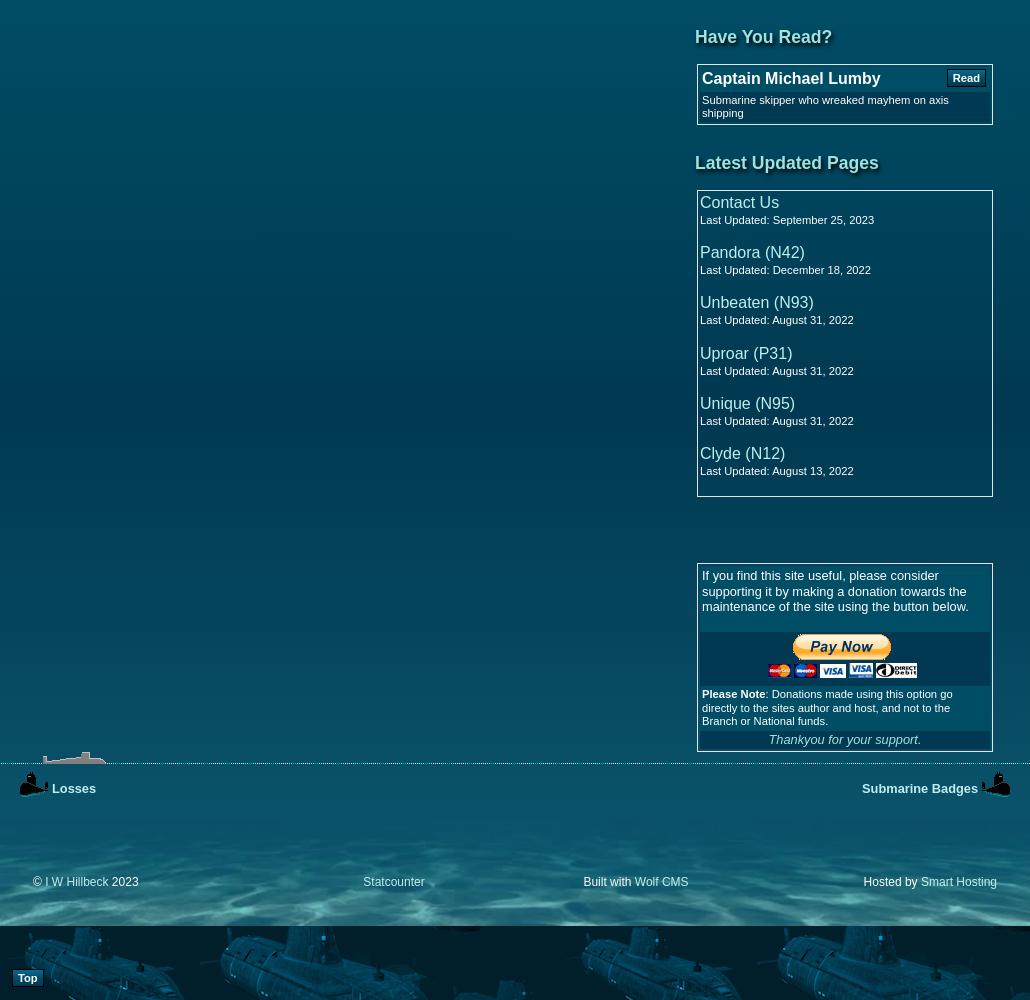  I want to click on 'Last Updated: September 25, 2023', so click(699, 218).